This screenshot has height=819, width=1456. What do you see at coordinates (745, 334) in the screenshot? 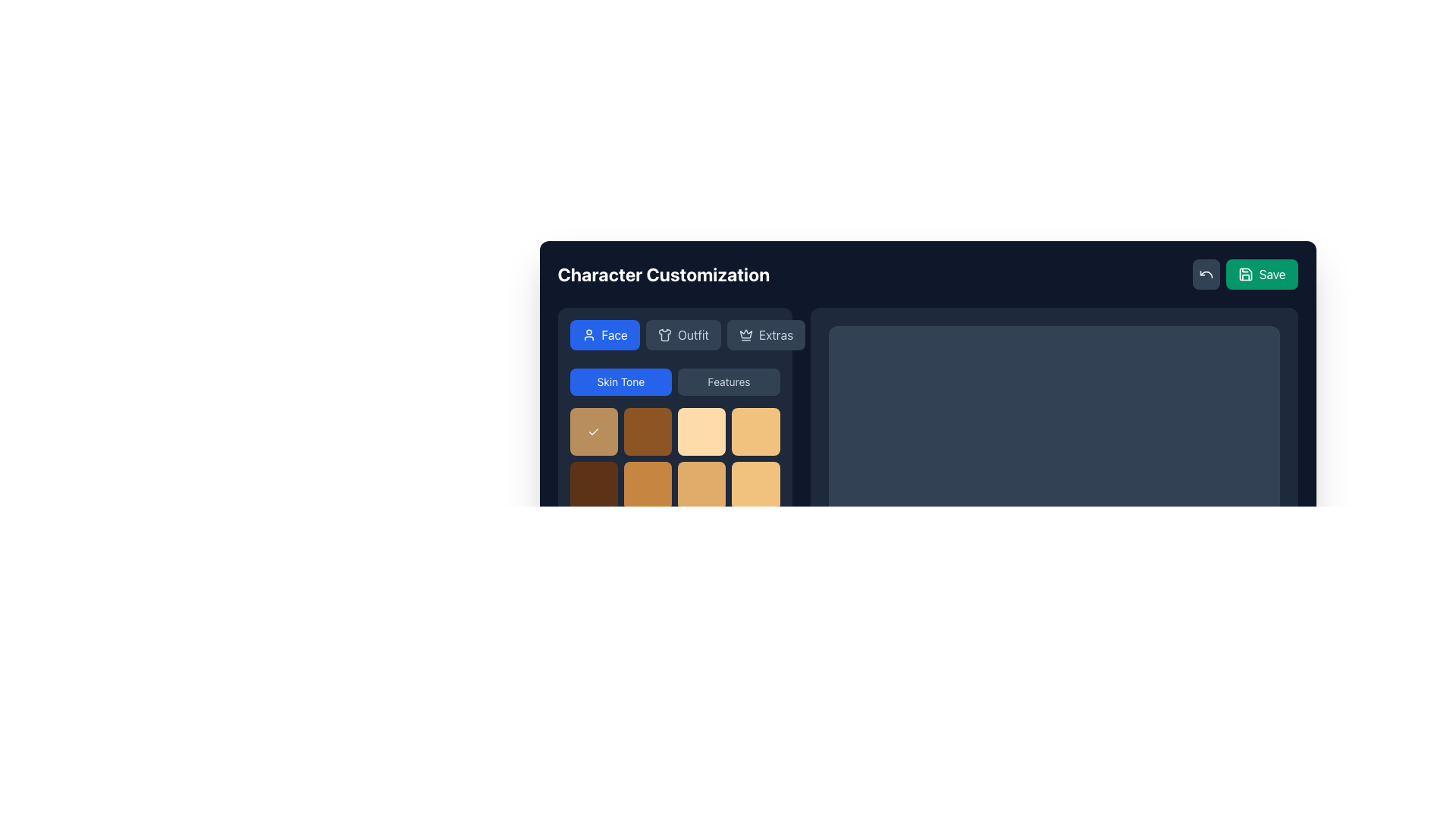
I see `the crown icon located inside the 'Extras' button, which is to the right of the 'Outfit' button in the top horizontal menu bar` at bounding box center [745, 334].